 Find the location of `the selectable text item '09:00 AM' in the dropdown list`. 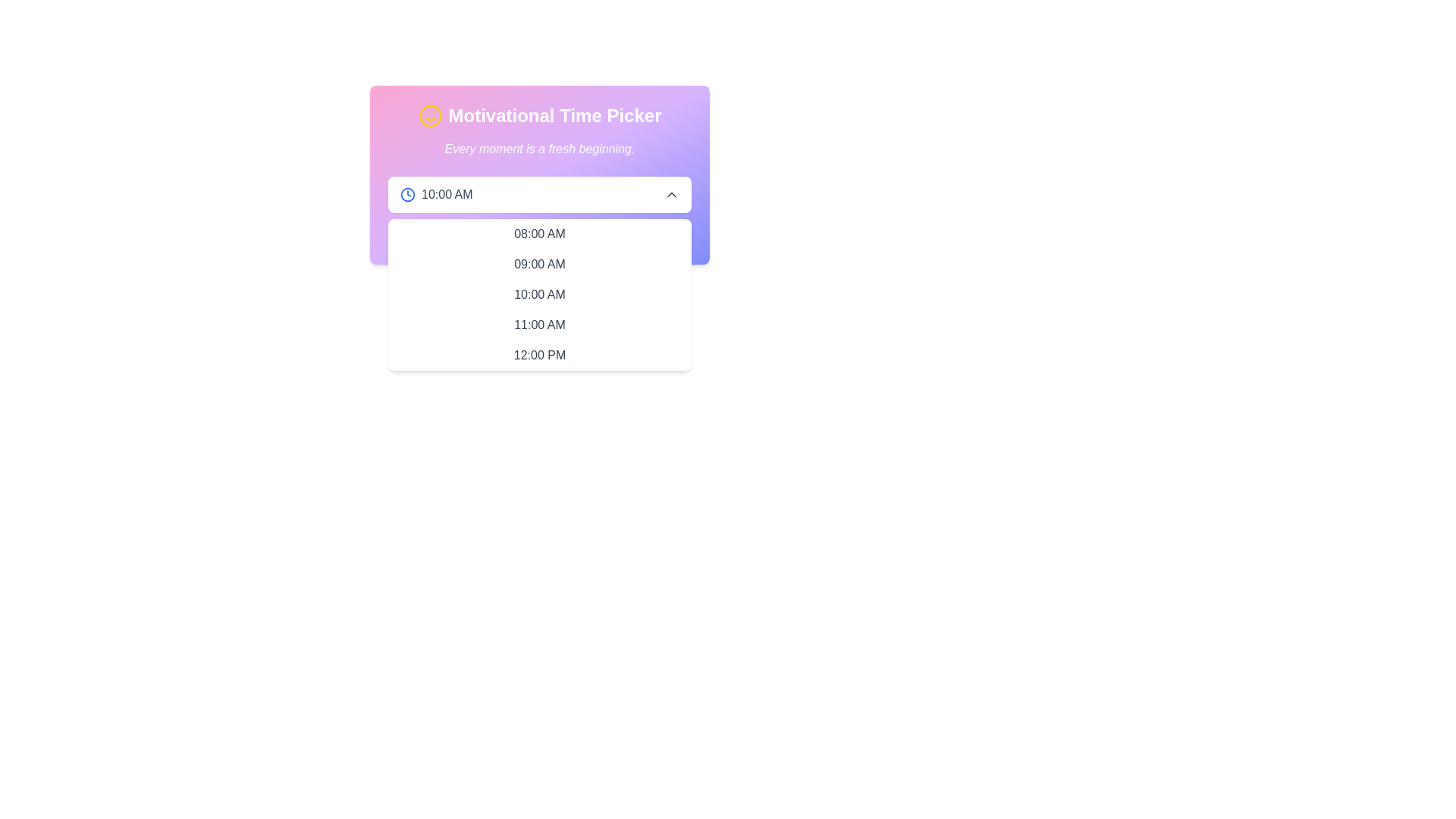

the selectable text item '09:00 AM' in the dropdown list is located at coordinates (539, 263).